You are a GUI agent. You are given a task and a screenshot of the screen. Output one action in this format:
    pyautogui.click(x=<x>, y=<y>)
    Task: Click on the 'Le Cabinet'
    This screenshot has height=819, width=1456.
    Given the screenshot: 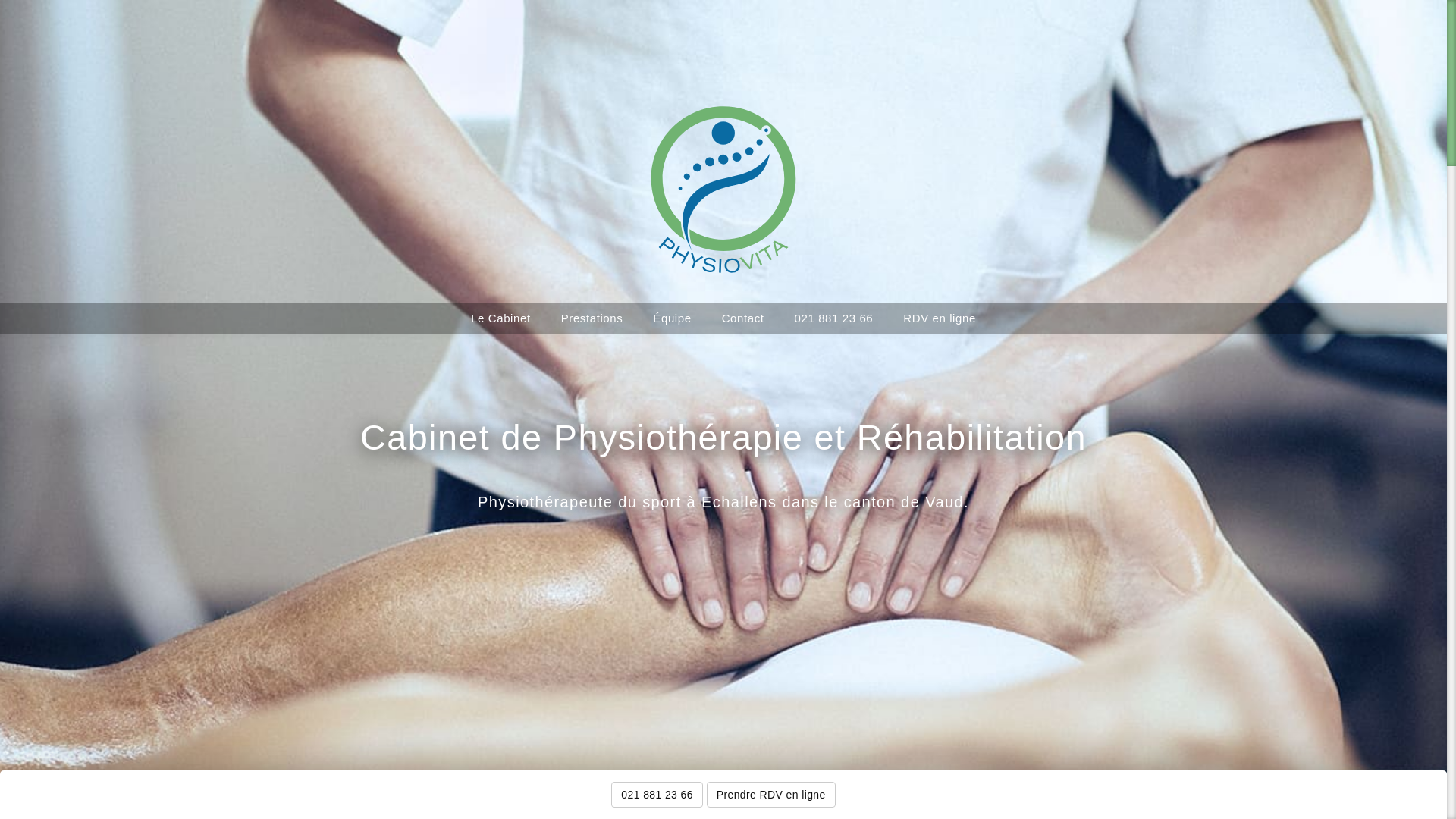 What is the action you would take?
    pyautogui.click(x=500, y=318)
    